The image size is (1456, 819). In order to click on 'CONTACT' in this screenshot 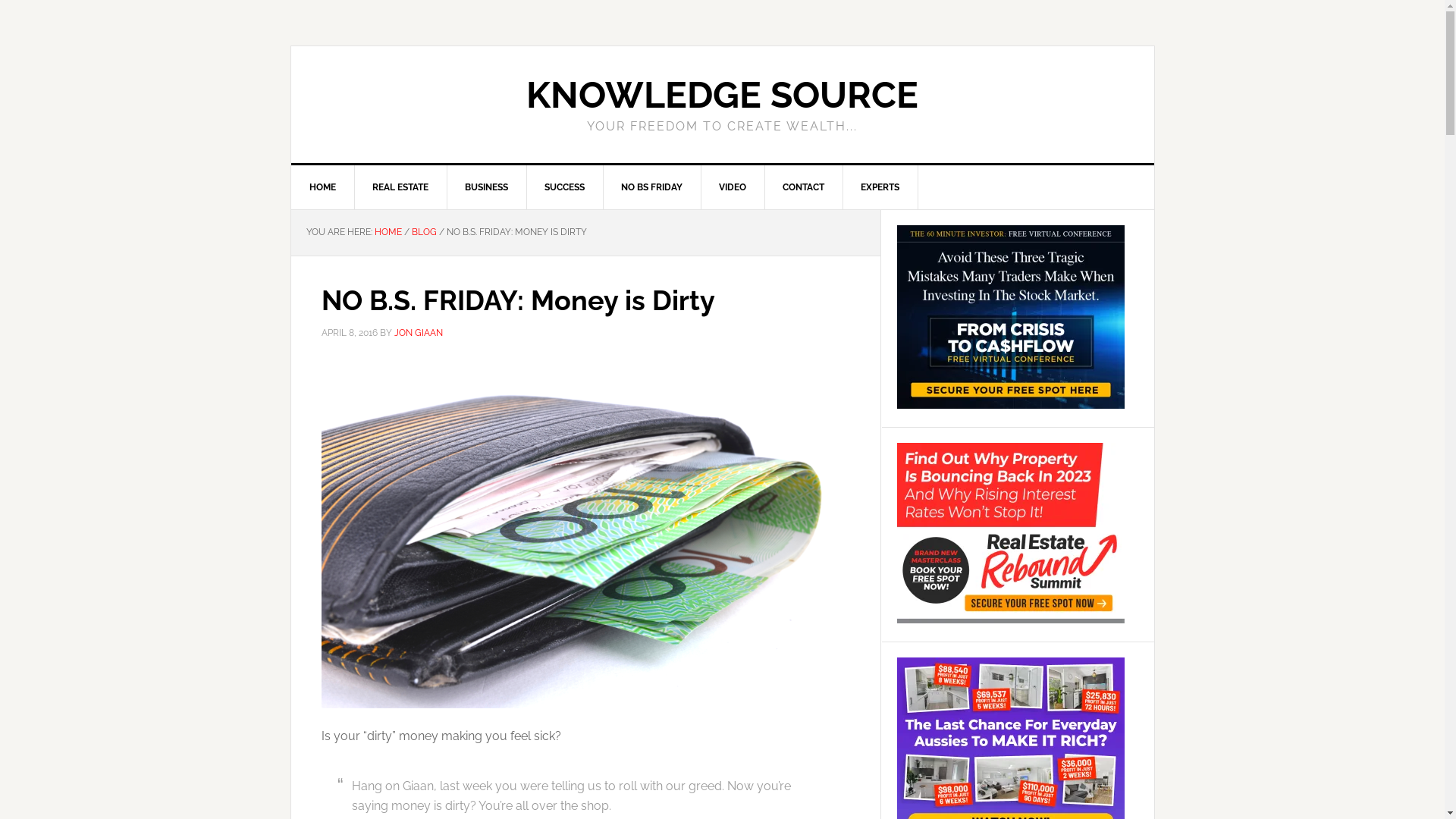, I will do `click(803, 186)`.